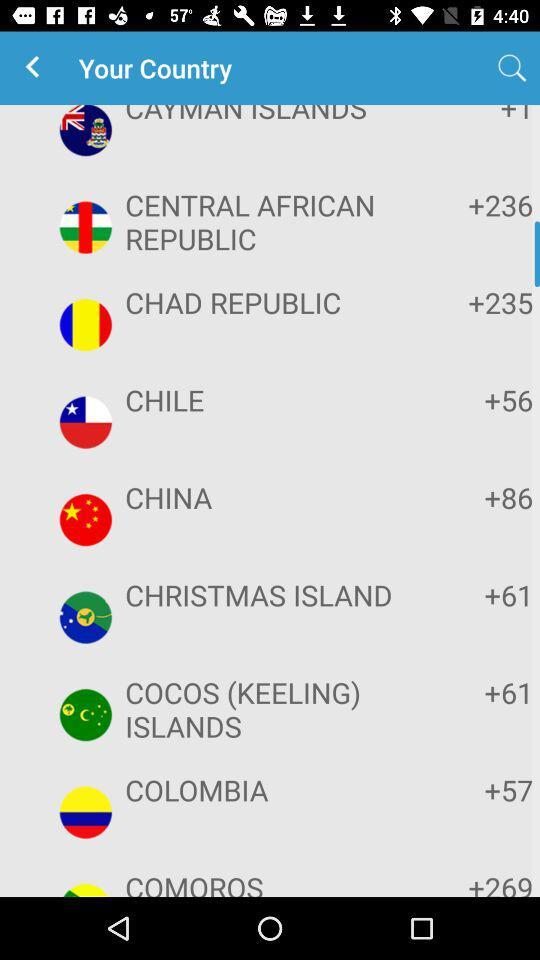 The width and height of the screenshot is (540, 960). I want to click on app next to cayman islands app, so click(471, 115).